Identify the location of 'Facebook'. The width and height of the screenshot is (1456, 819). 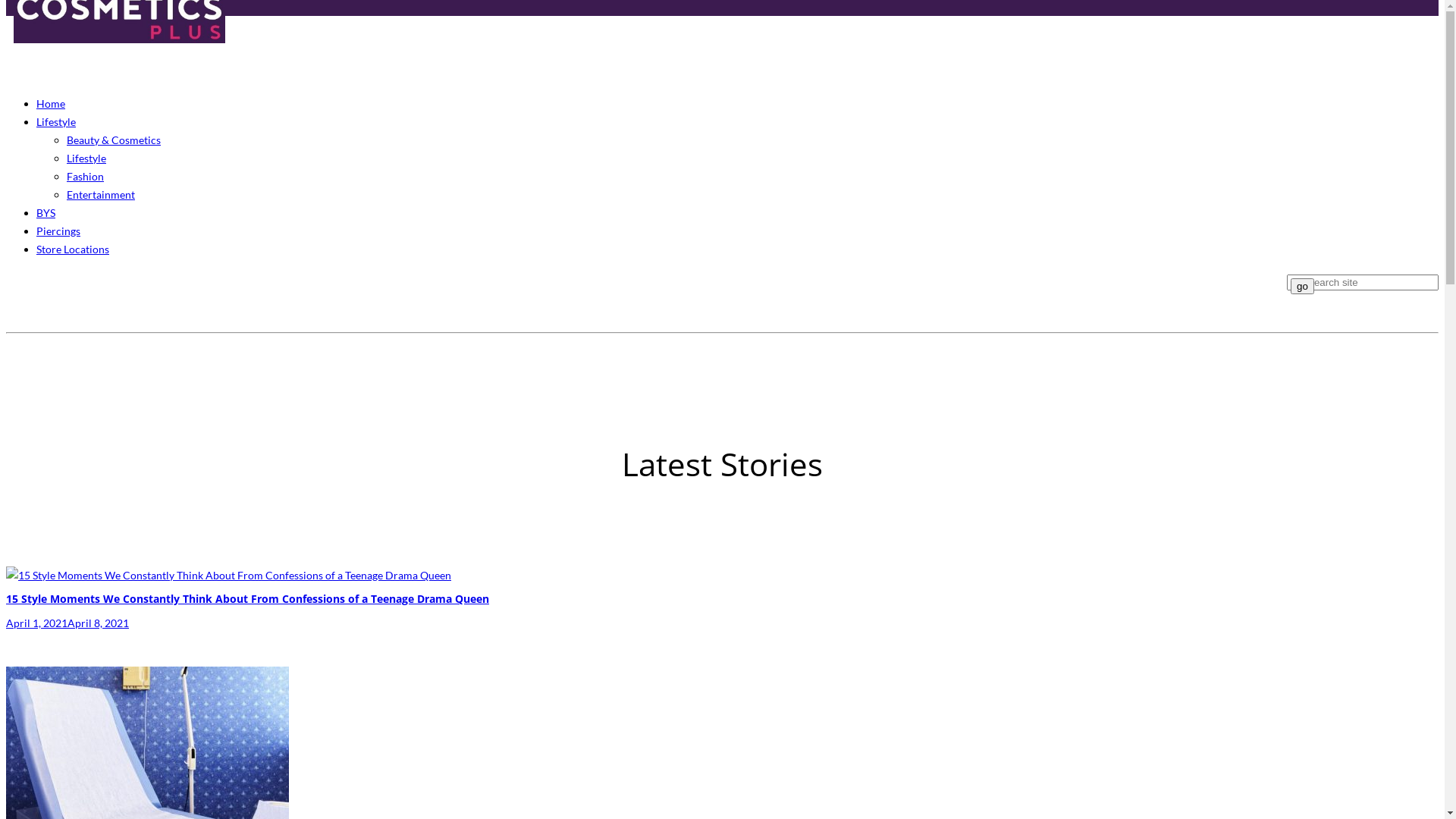
(19, 284).